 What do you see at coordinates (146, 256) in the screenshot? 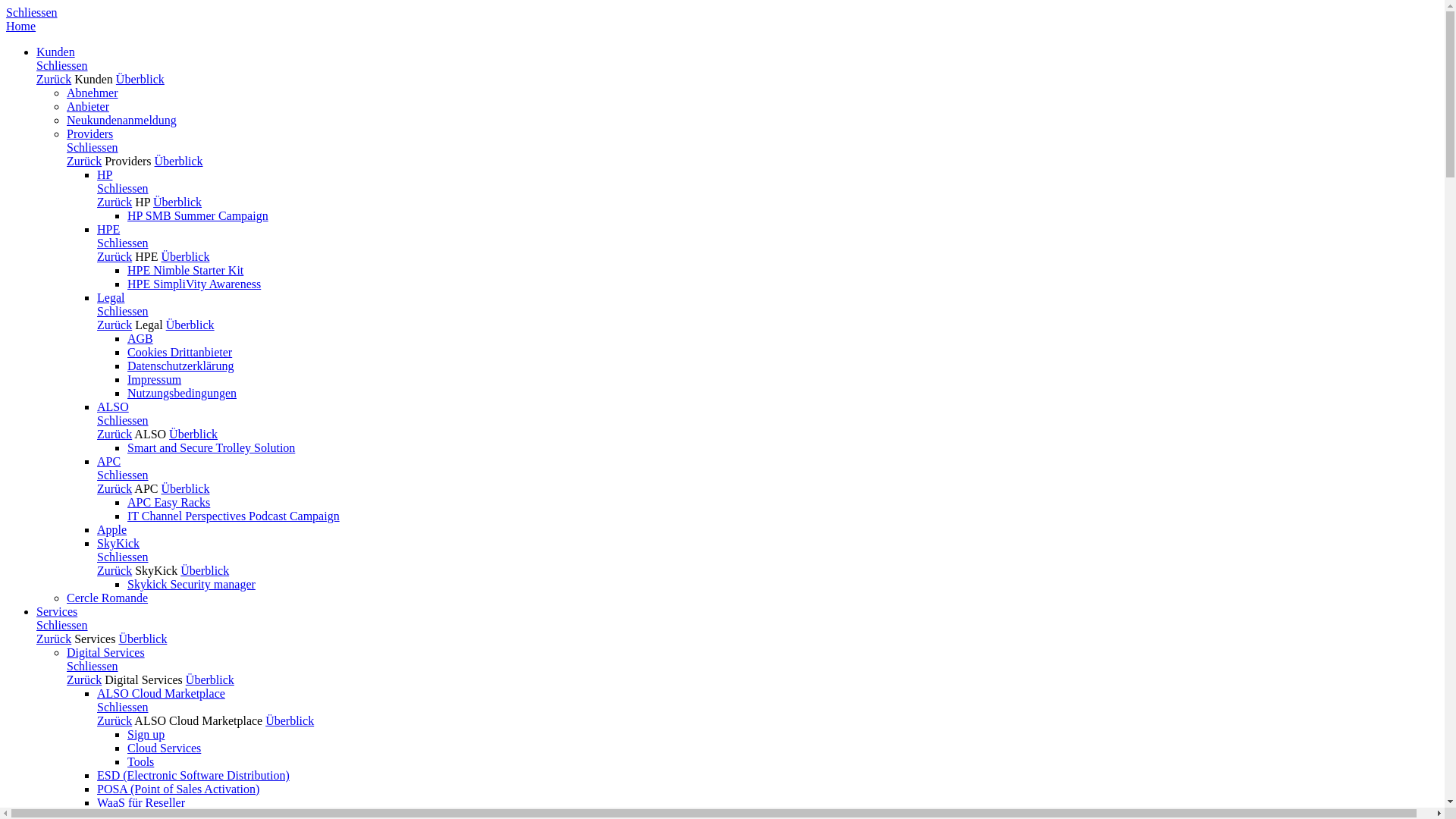
I see `'HPE'` at bounding box center [146, 256].